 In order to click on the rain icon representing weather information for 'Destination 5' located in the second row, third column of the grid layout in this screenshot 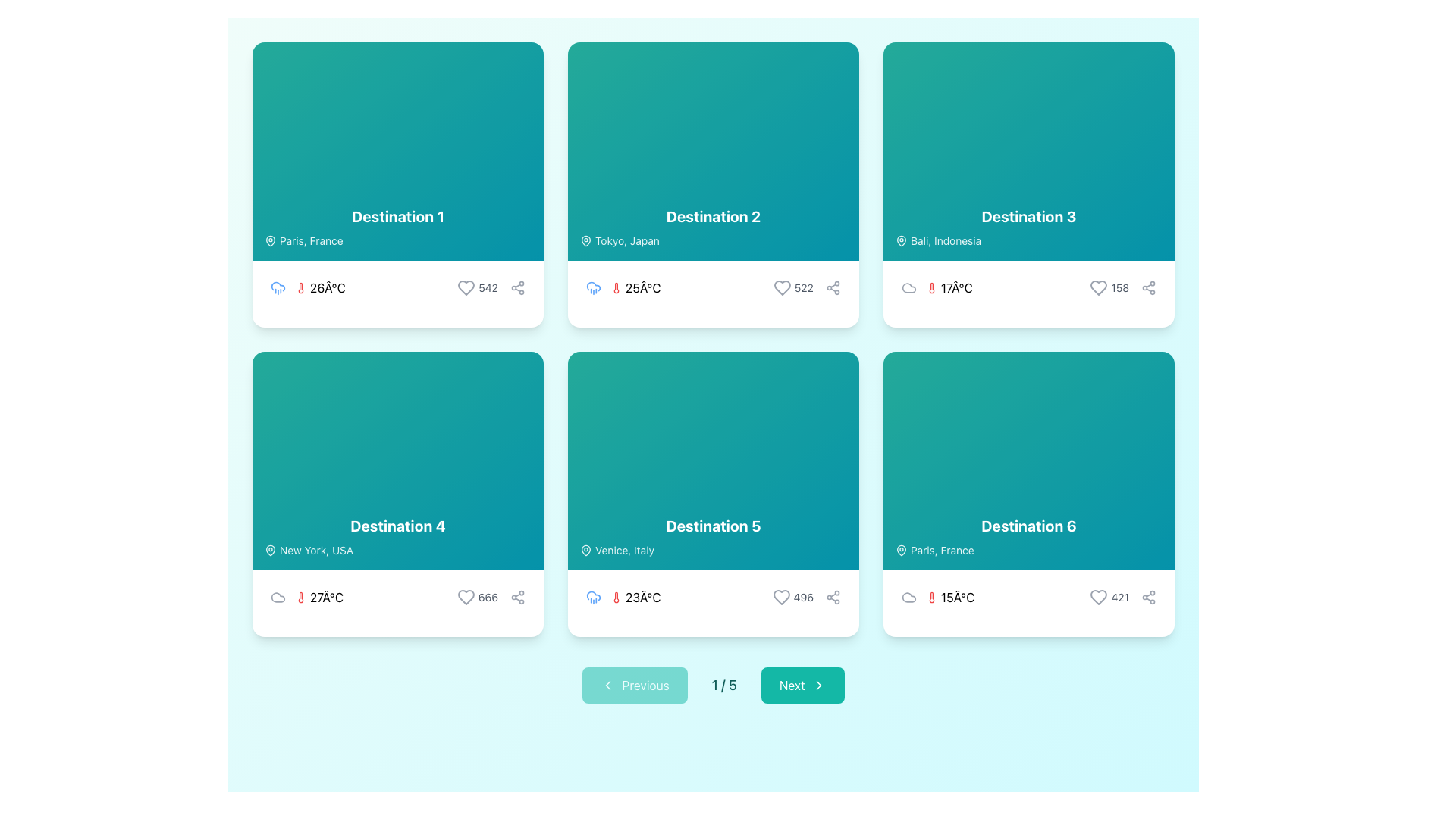, I will do `click(592, 596)`.